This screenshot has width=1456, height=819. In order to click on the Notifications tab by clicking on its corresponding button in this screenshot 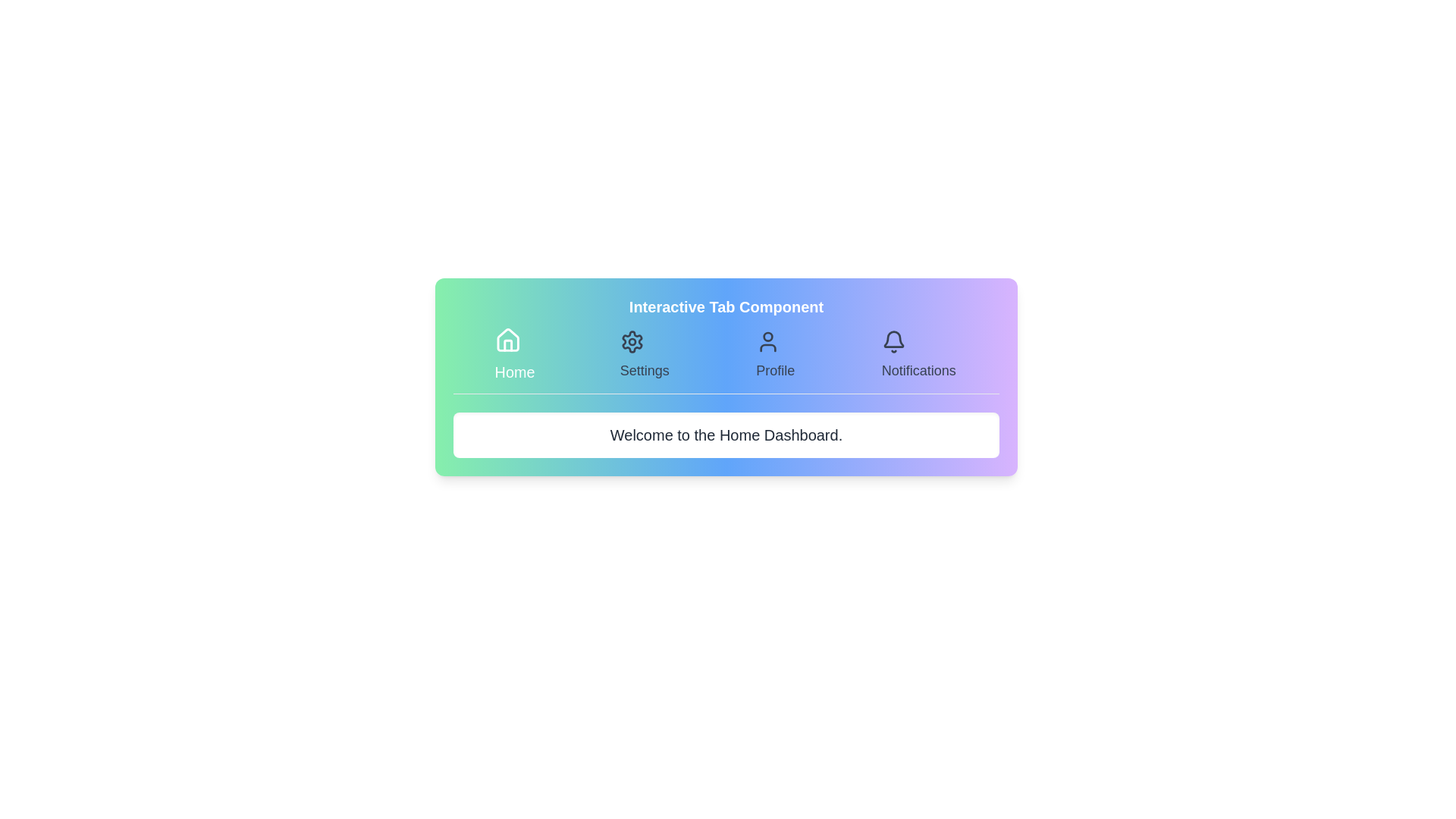, I will do `click(918, 356)`.